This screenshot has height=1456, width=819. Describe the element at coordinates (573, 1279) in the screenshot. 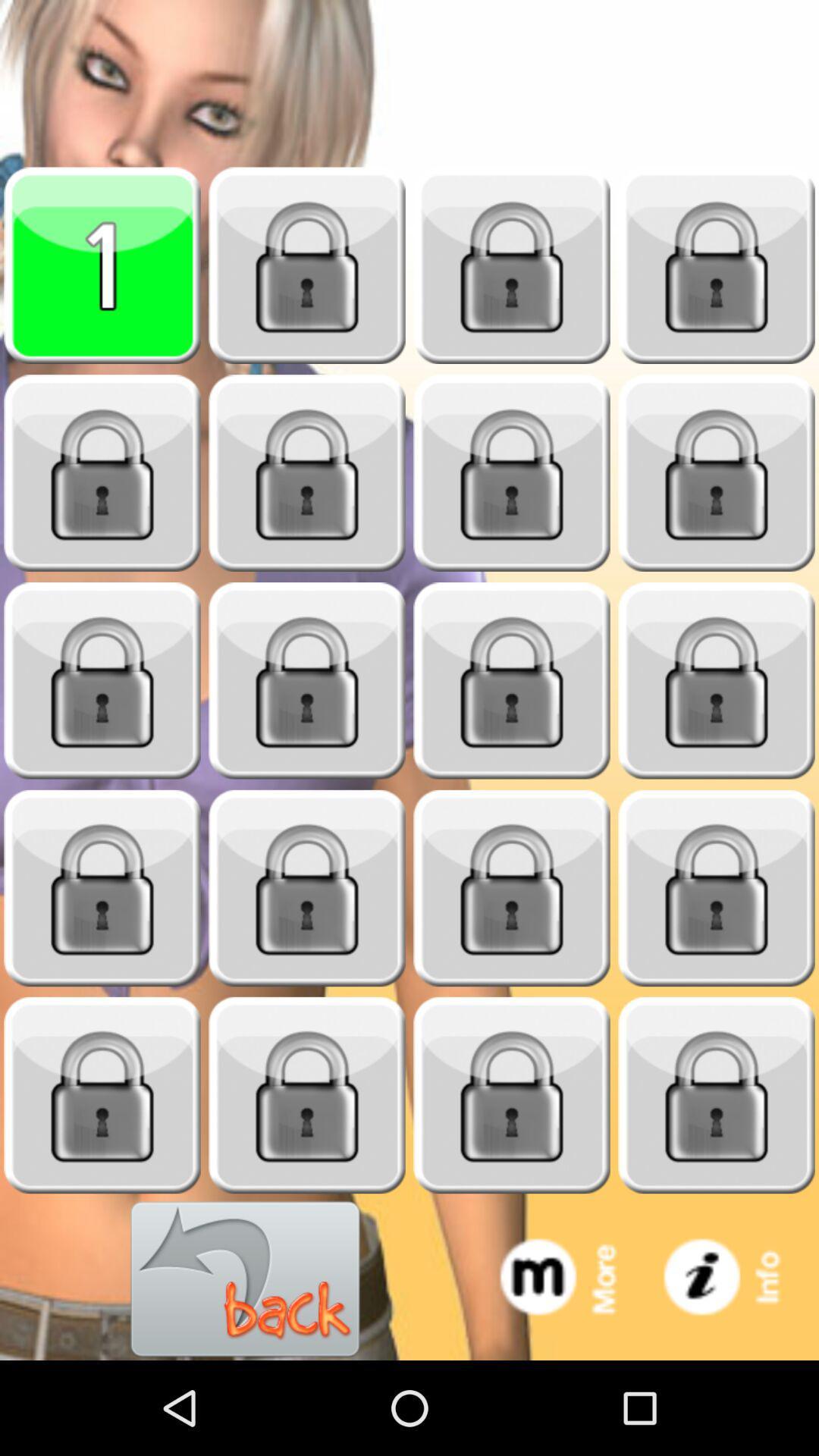

I see `see more` at that location.